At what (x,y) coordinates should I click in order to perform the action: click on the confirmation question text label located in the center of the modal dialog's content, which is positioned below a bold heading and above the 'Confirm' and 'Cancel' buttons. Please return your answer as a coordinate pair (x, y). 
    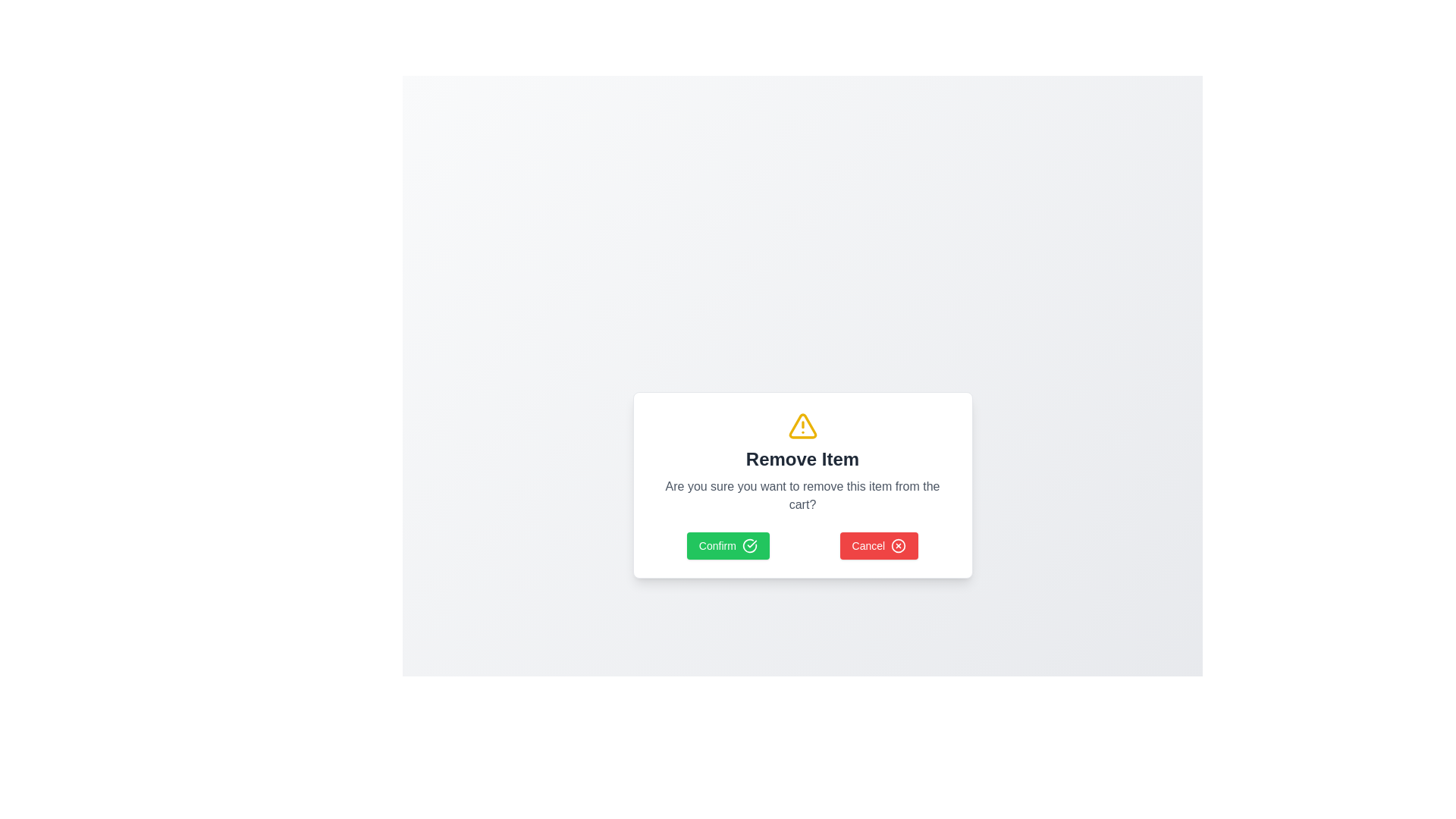
    Looking at the image, I should click on (802, 496).